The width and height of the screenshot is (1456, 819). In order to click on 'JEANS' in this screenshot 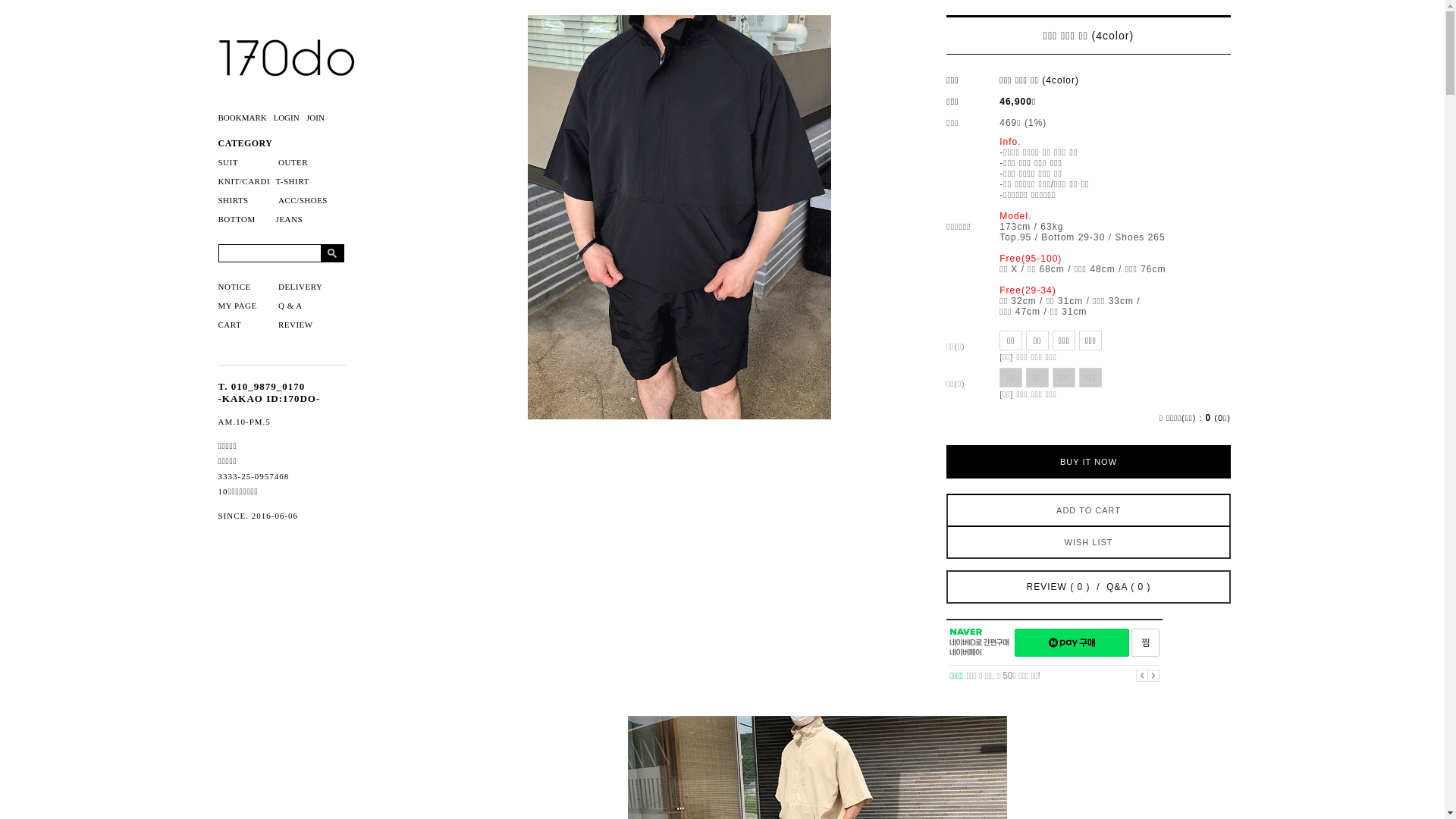, I will do `click(290, 219)`.